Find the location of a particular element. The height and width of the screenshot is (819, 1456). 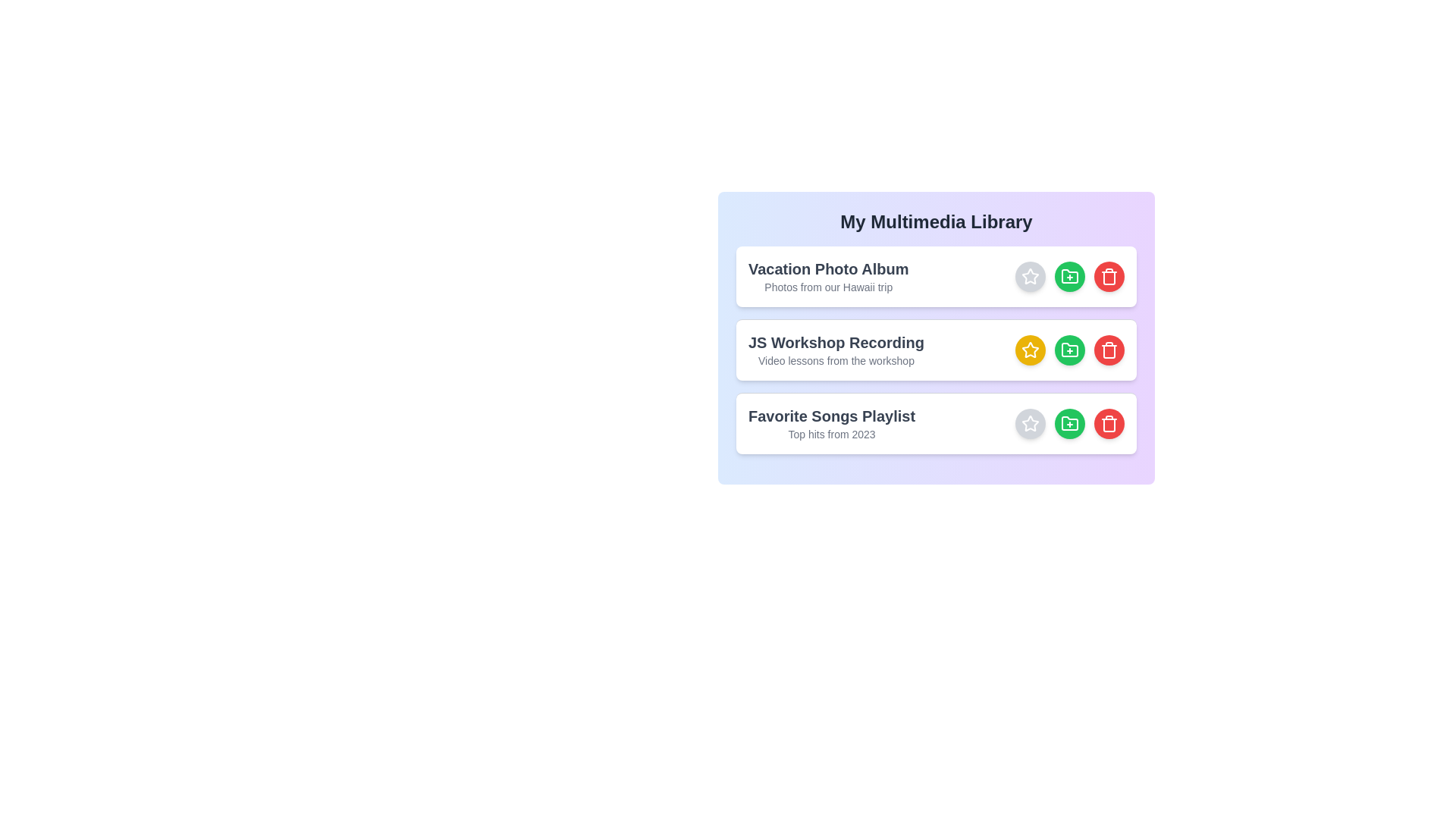

the third button in the horizontal group of controls aligned to the right edge of the 'Favorite Songs Playlist' entry is located at coordinates (1069, 424).